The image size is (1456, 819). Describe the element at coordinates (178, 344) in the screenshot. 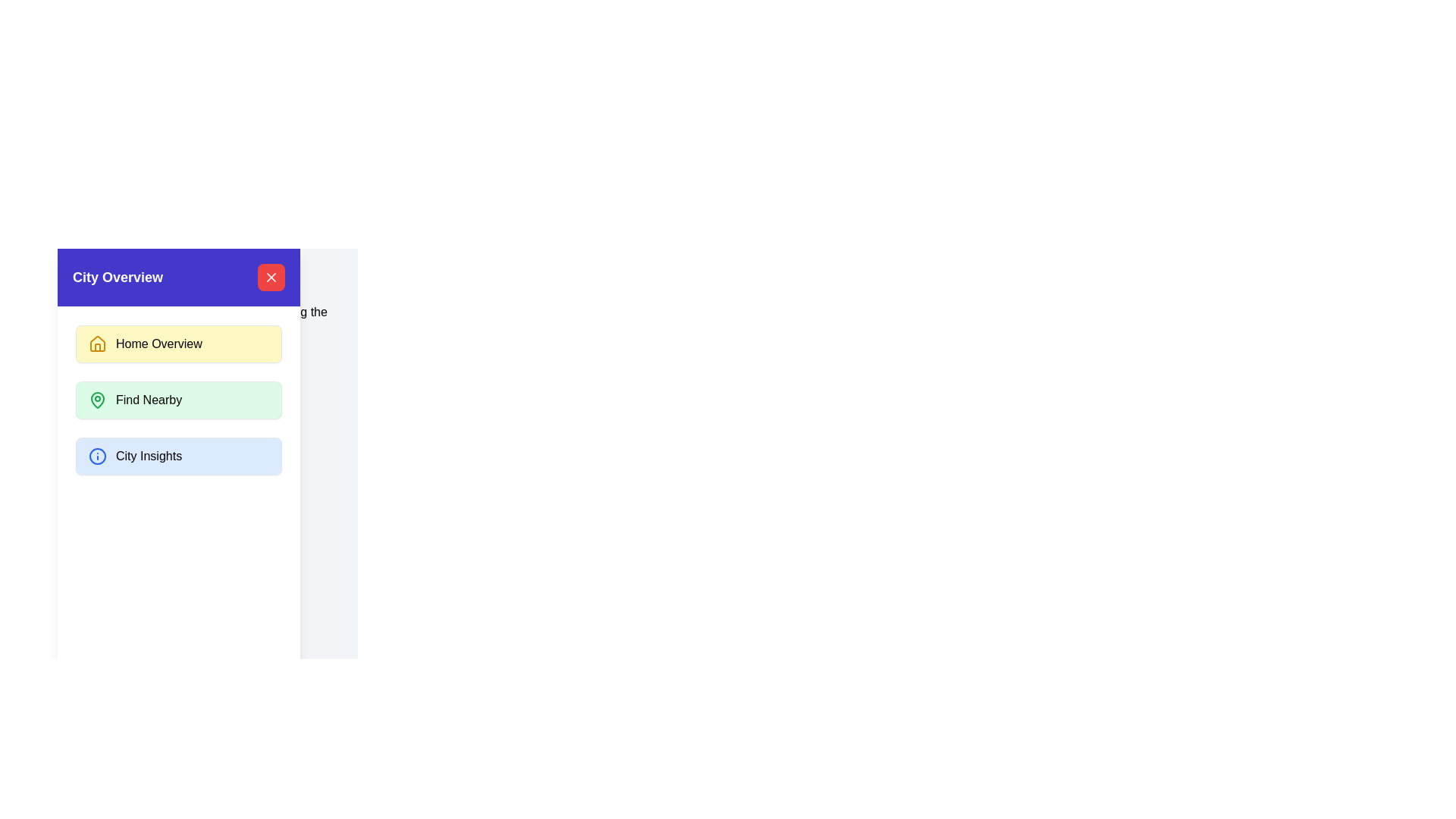

I see `the menu item Home Overview` at that location.